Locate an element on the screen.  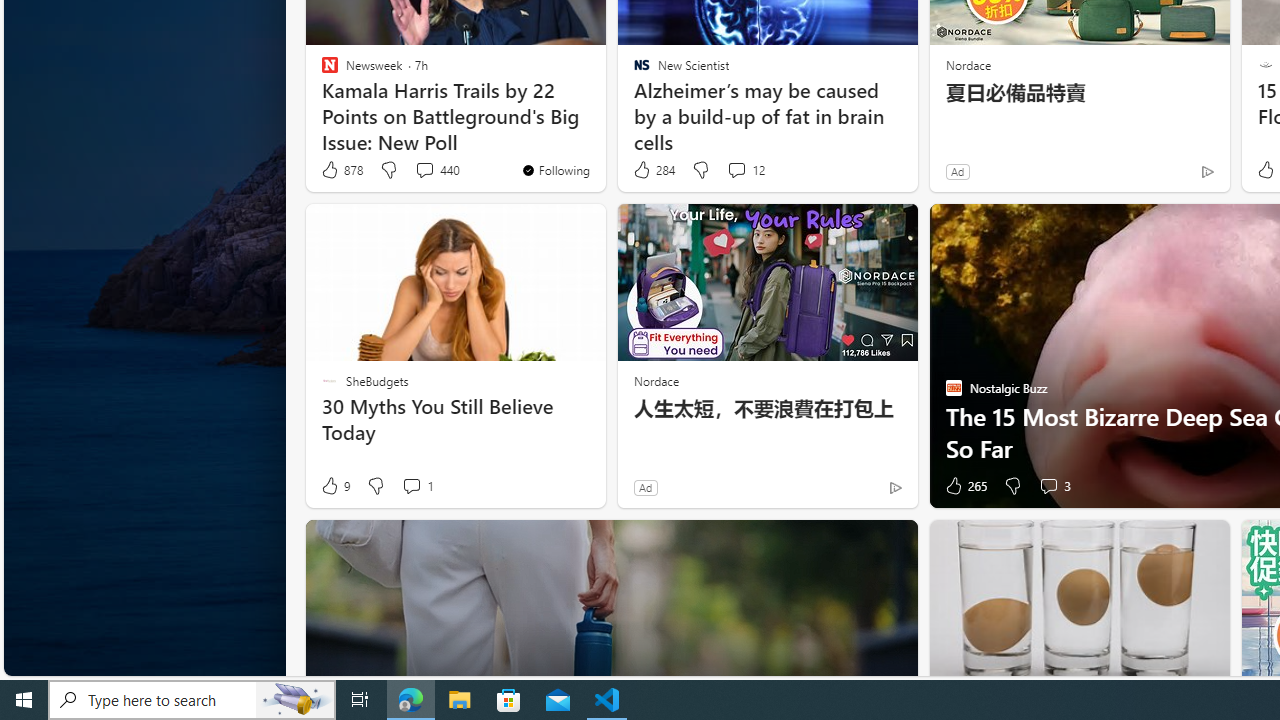
'View comments 12 Comment' is located at coordinates (744, 169).